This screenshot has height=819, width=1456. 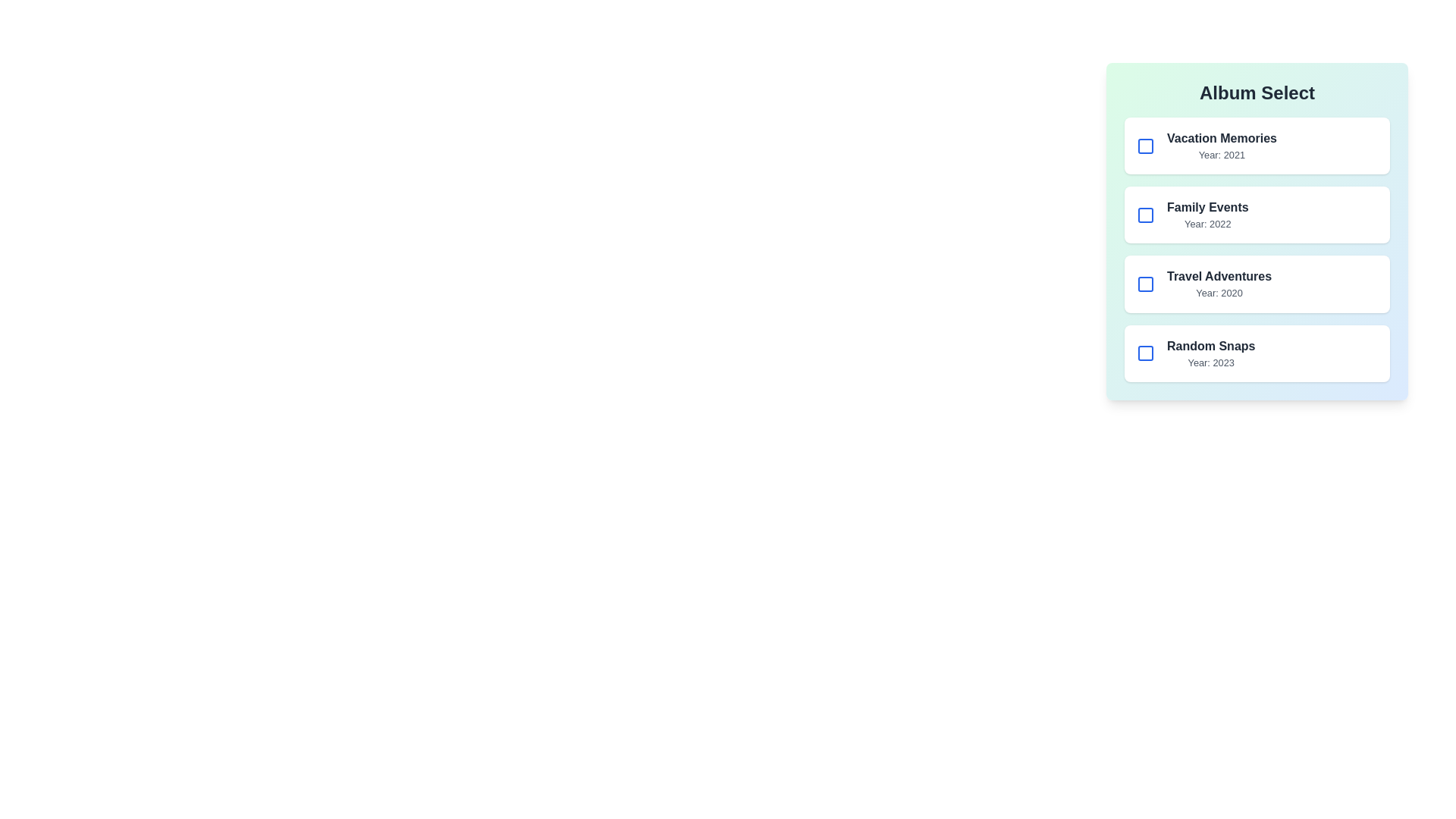 What do you see at coordinates (1257, 284) in the screenshot?
I see `the album item corresponding to Travel Adventures` at bounding box center [1257, 284].